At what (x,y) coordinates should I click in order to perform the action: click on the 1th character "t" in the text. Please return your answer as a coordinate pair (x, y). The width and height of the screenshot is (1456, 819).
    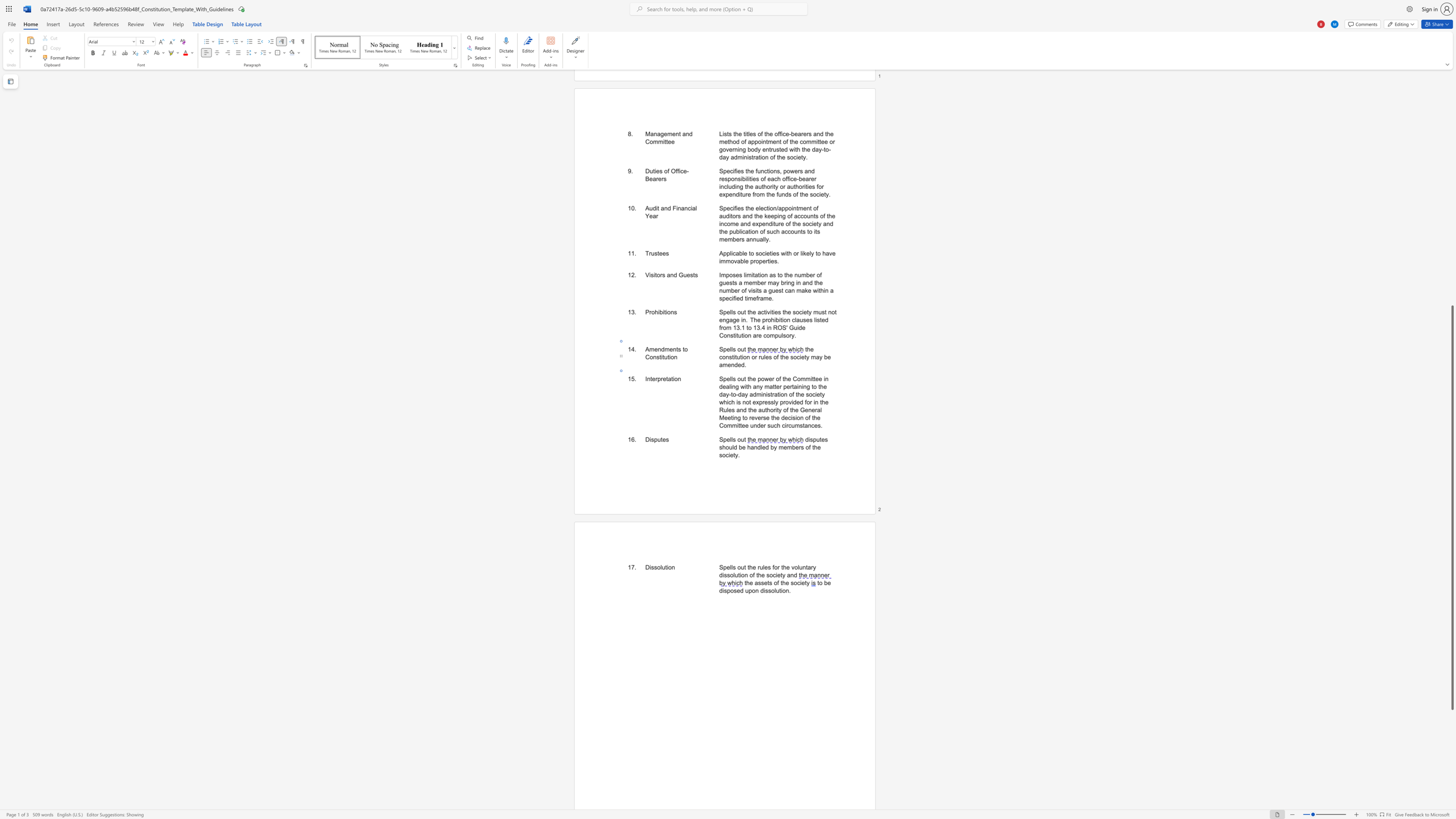
    Looking at the image, I should click on (665, 566).